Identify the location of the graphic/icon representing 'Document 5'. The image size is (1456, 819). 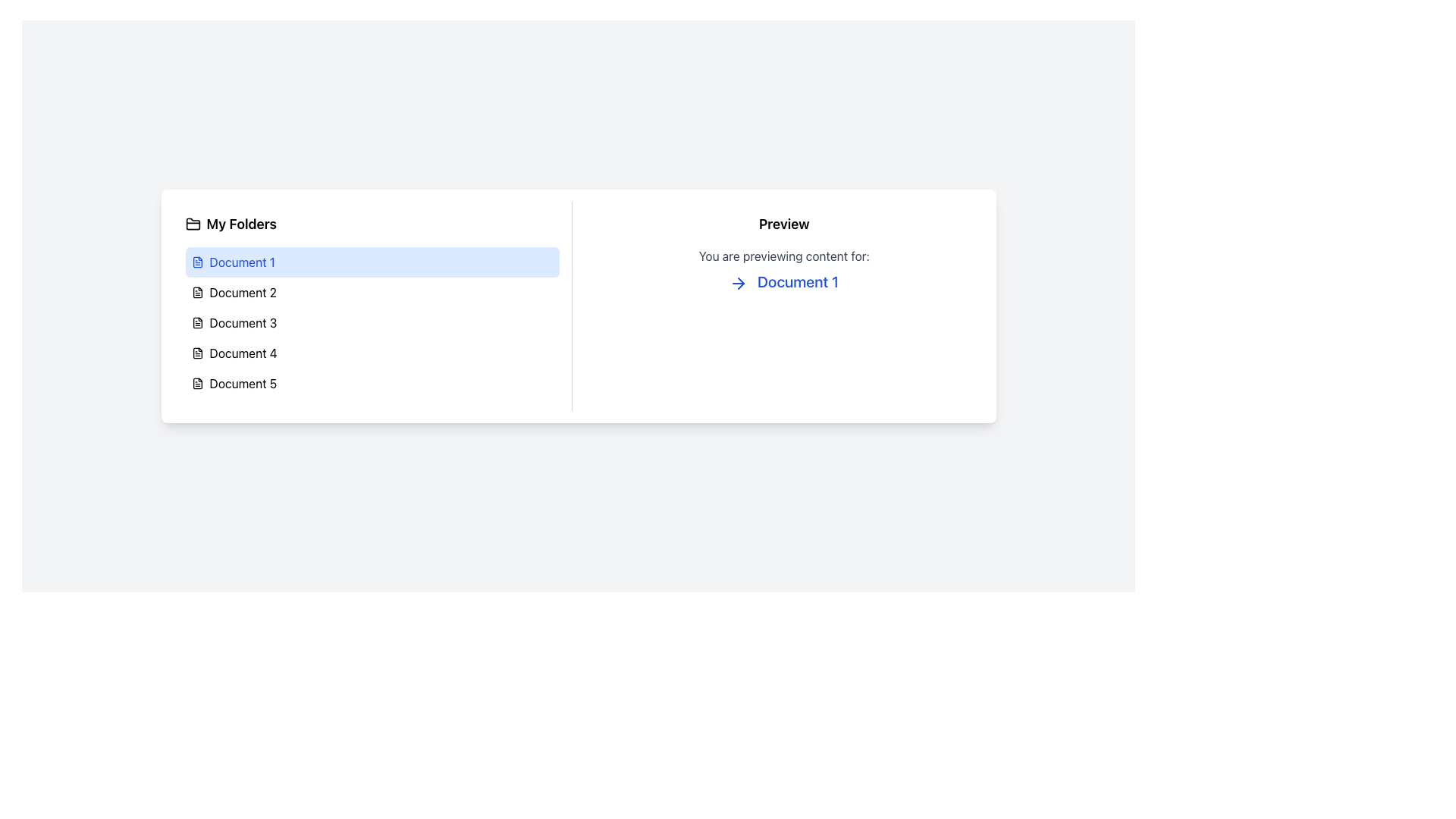
(196, 382).